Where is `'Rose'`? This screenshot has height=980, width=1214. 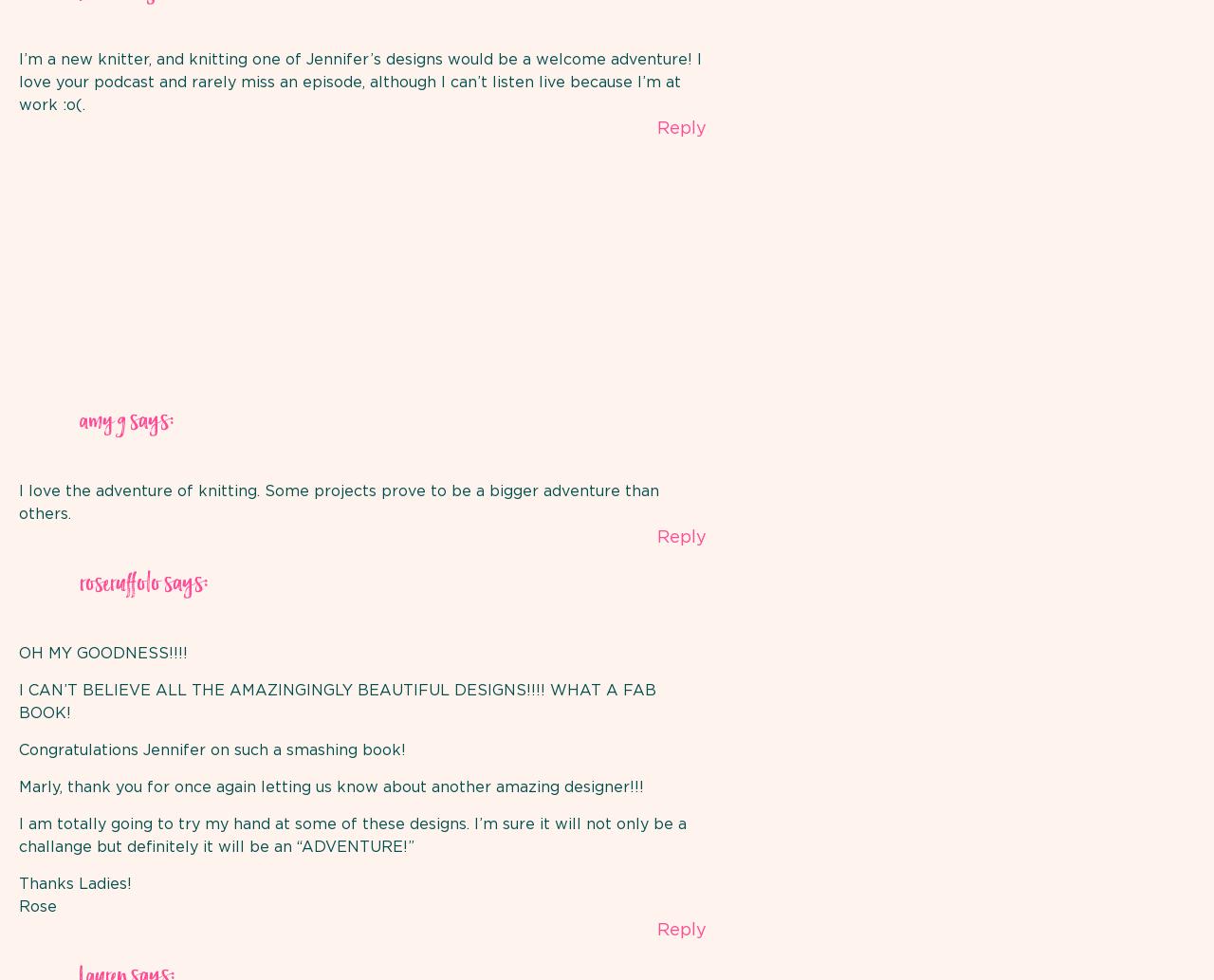
'Rose' is located at coordinates (37, 906).